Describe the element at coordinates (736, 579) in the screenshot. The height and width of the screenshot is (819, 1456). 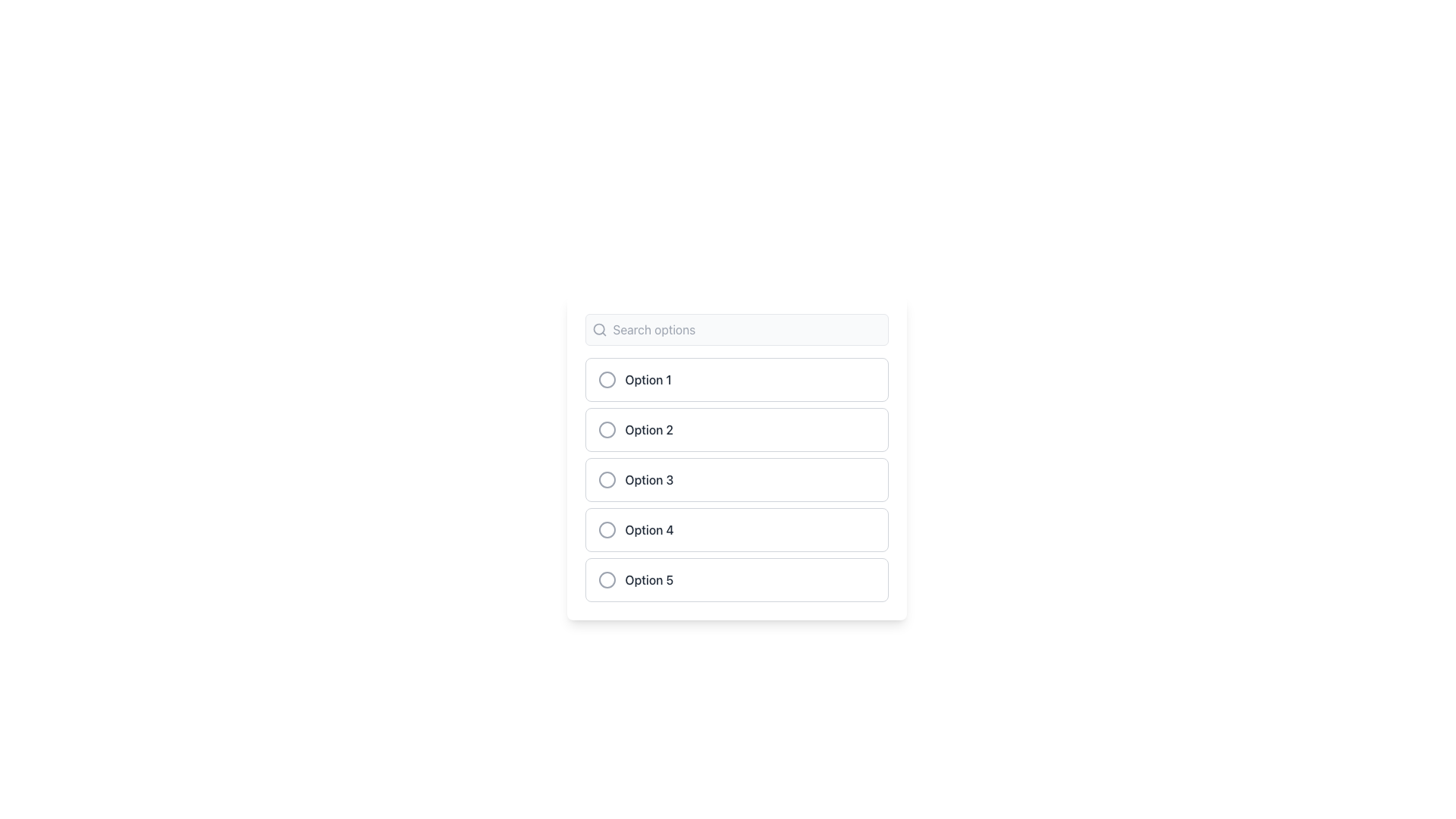
I see `the radio button option labeled 'Option 5'` at that location.